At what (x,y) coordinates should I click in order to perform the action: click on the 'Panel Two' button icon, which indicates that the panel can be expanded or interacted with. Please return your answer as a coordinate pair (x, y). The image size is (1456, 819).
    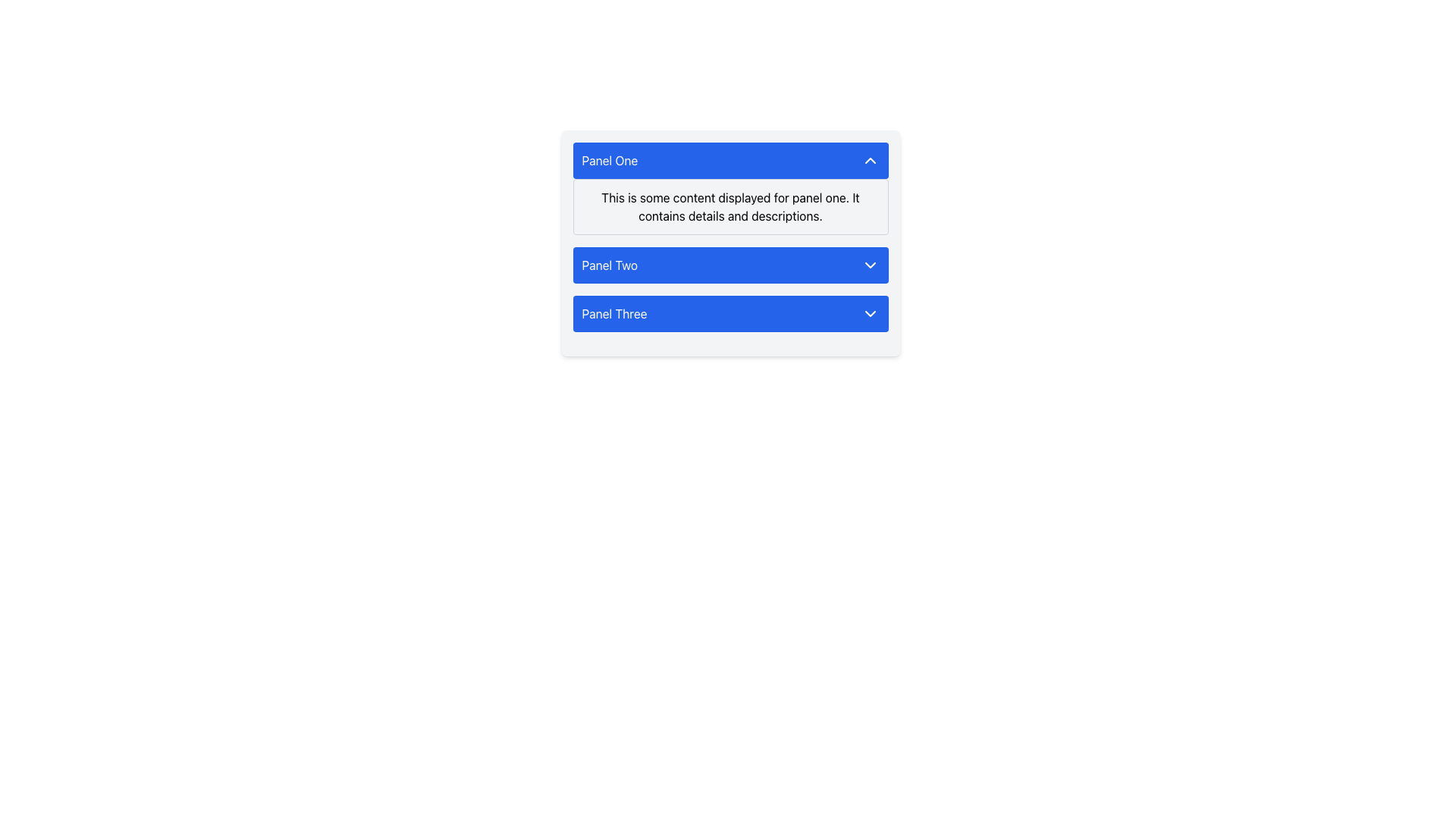
    Looking at the image, I should click on (870, 265).